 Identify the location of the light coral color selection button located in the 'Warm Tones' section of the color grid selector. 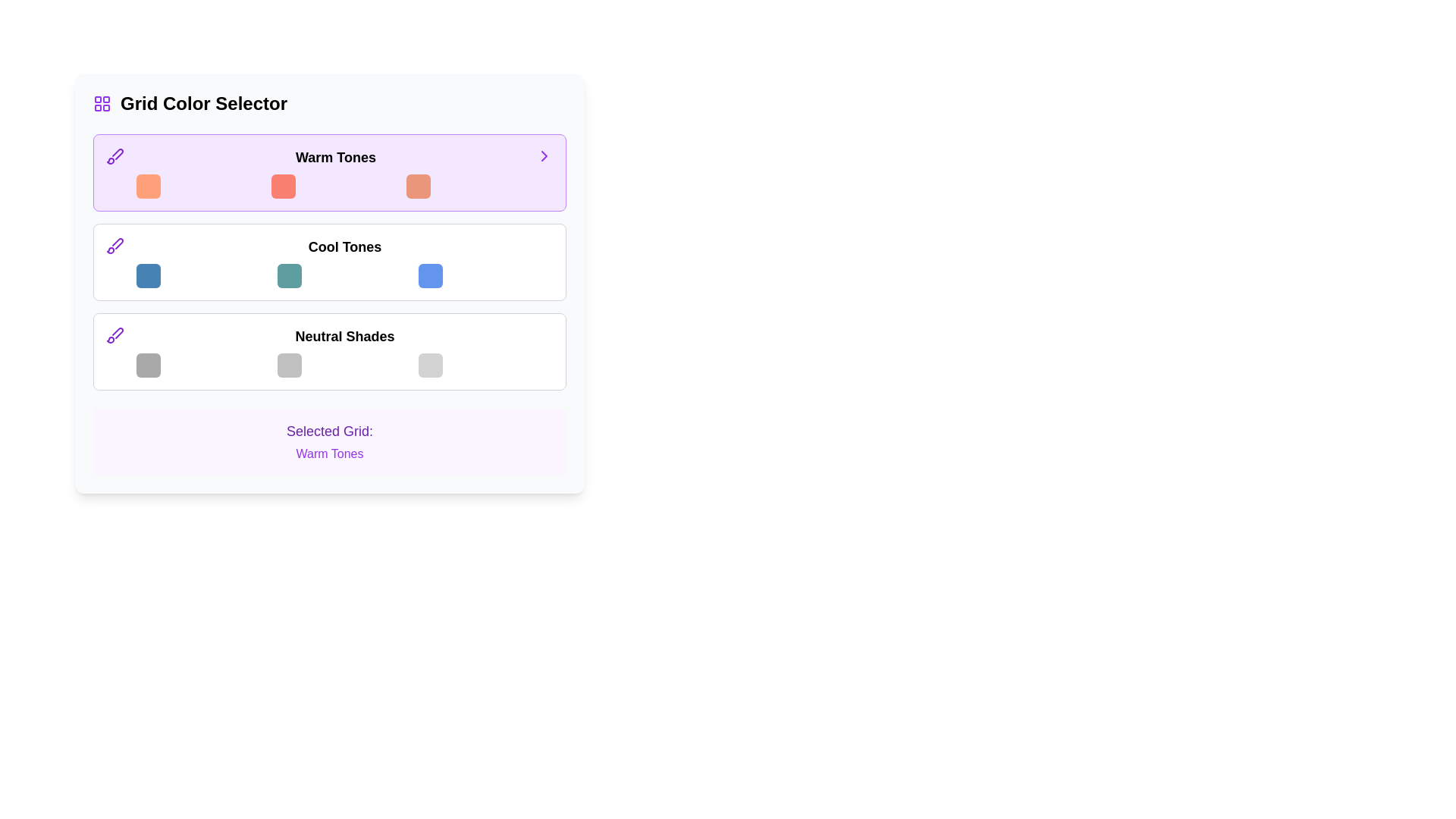
(149, 186).